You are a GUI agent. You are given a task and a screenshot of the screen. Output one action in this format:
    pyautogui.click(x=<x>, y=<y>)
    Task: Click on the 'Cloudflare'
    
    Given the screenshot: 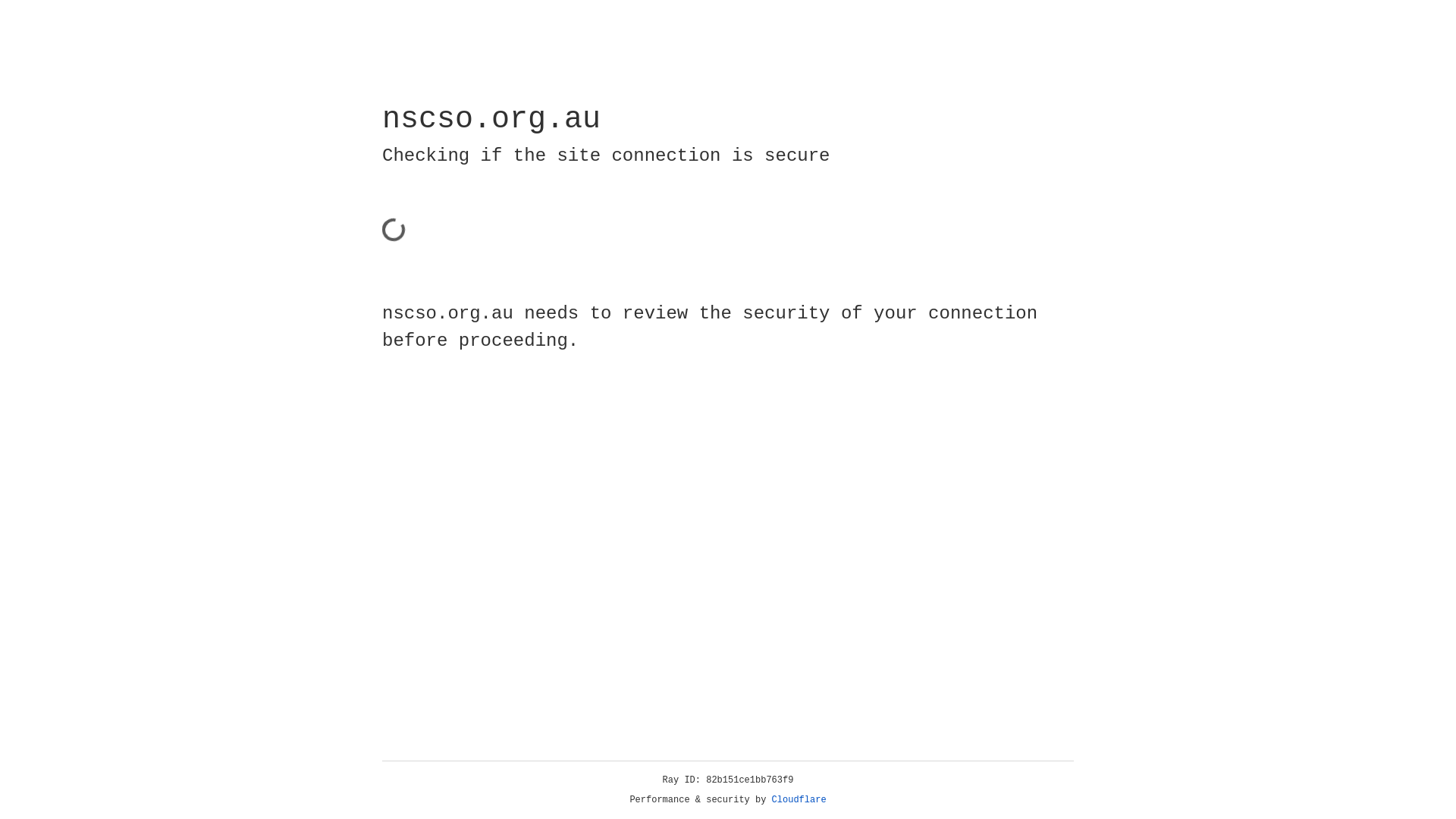 What is the action you would take?
    pyautogui.click(x=799, y=799)
    